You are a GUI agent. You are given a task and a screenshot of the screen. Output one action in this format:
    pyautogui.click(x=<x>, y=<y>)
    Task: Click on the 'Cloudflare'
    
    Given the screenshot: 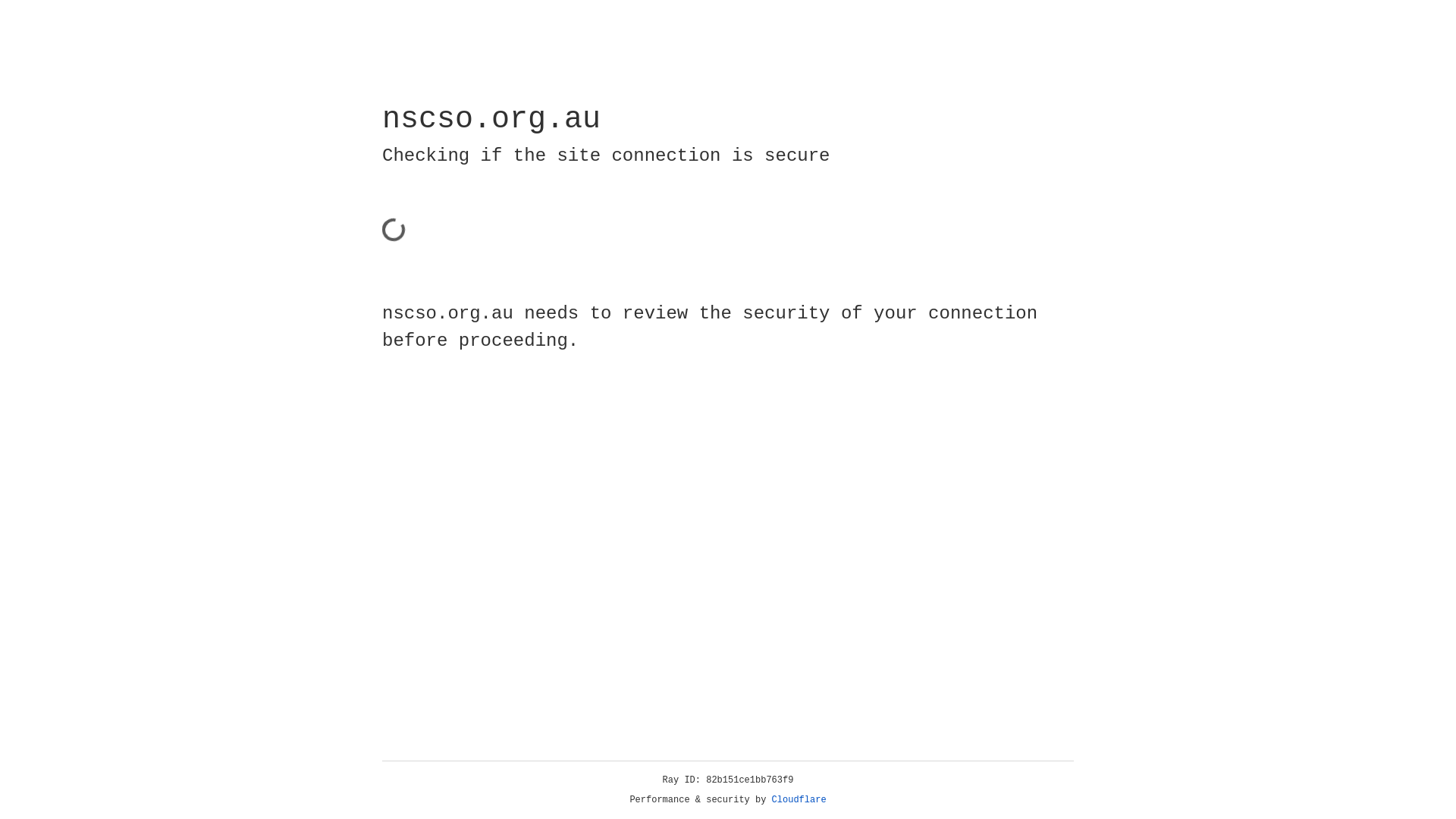 What is the action you would take?
    pyautogui.click(x=799, y=799)
    